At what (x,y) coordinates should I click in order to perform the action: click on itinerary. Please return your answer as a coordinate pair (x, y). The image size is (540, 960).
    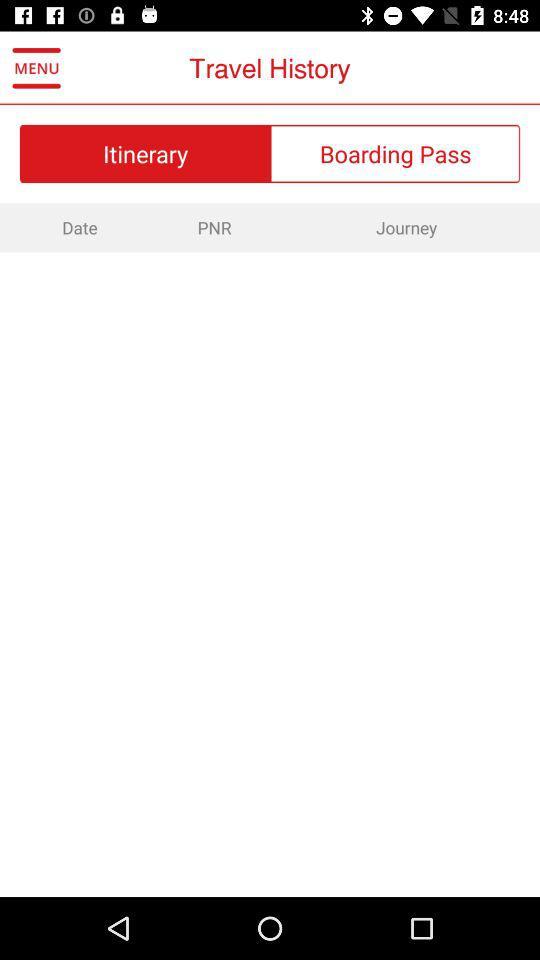
    Looking at the image, I should click on (144, 152).